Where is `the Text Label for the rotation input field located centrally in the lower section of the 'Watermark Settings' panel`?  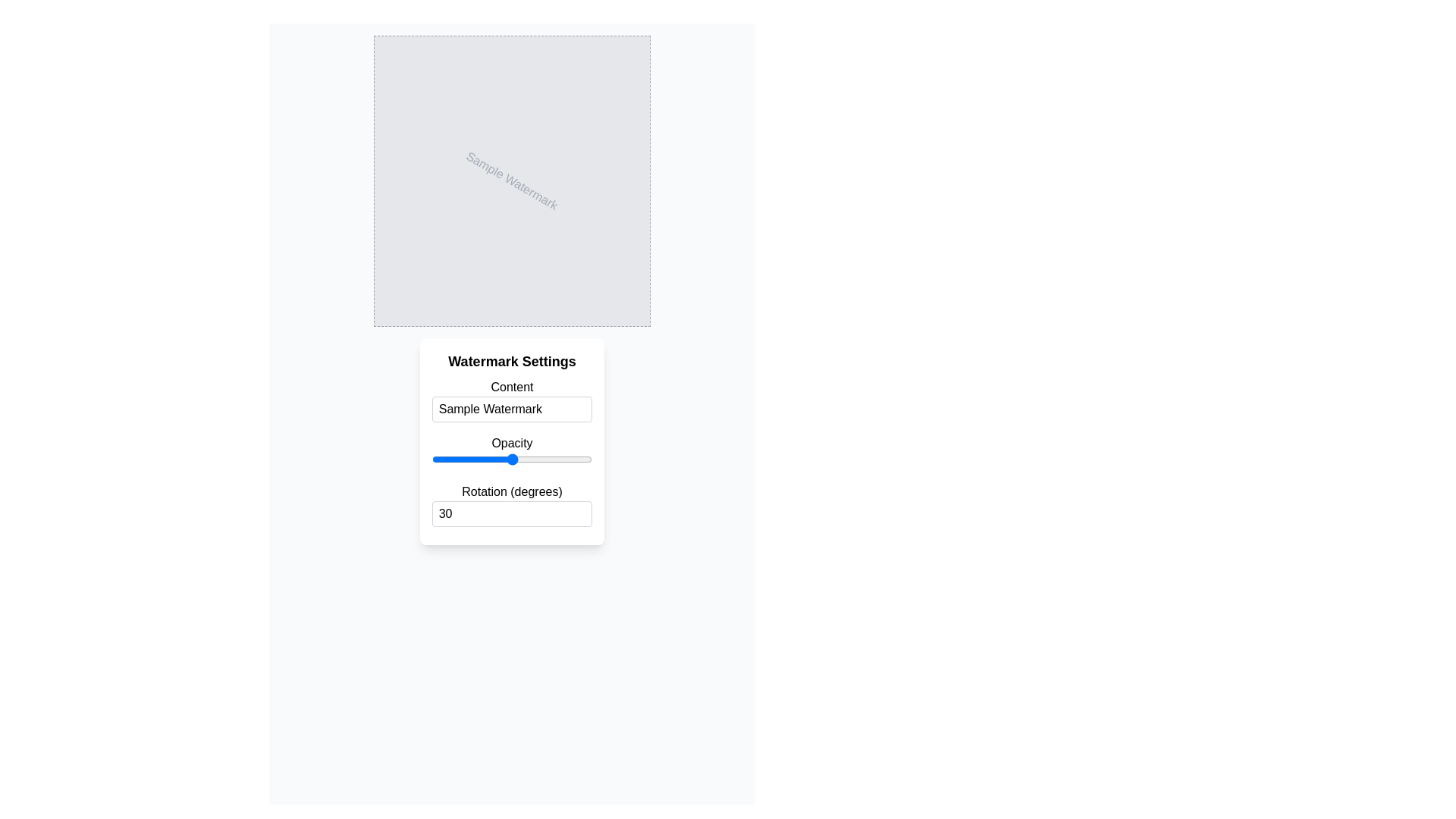 the Text Label for the rotation input field located centrally in the lower section of the 'Watermark Settings' panel is located at coordinates (512, 491).